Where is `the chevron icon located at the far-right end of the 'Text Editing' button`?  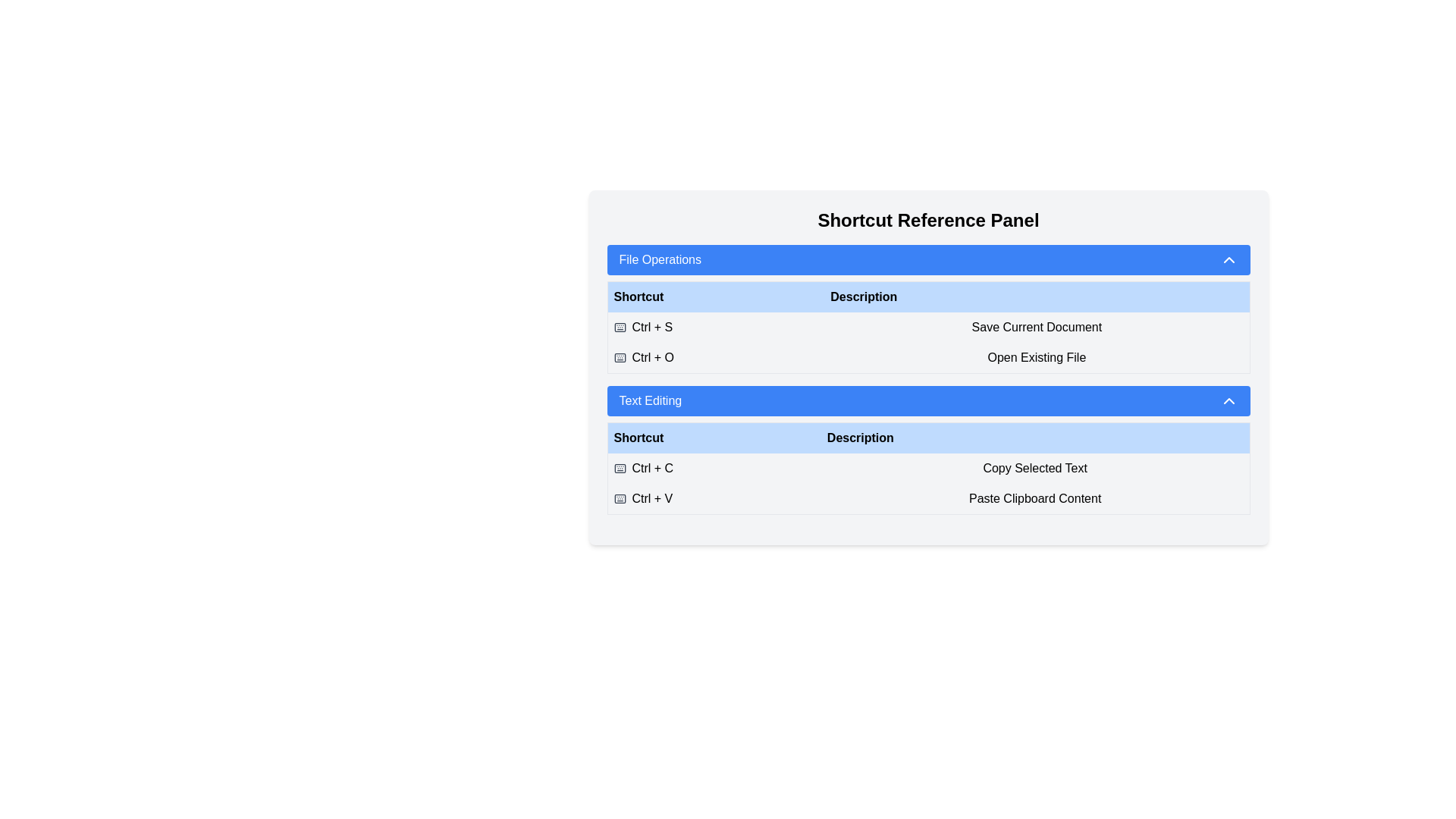
the chevron icon located at the far-right end of the 'Text Editing' button is located at coordinates (1228, 400).